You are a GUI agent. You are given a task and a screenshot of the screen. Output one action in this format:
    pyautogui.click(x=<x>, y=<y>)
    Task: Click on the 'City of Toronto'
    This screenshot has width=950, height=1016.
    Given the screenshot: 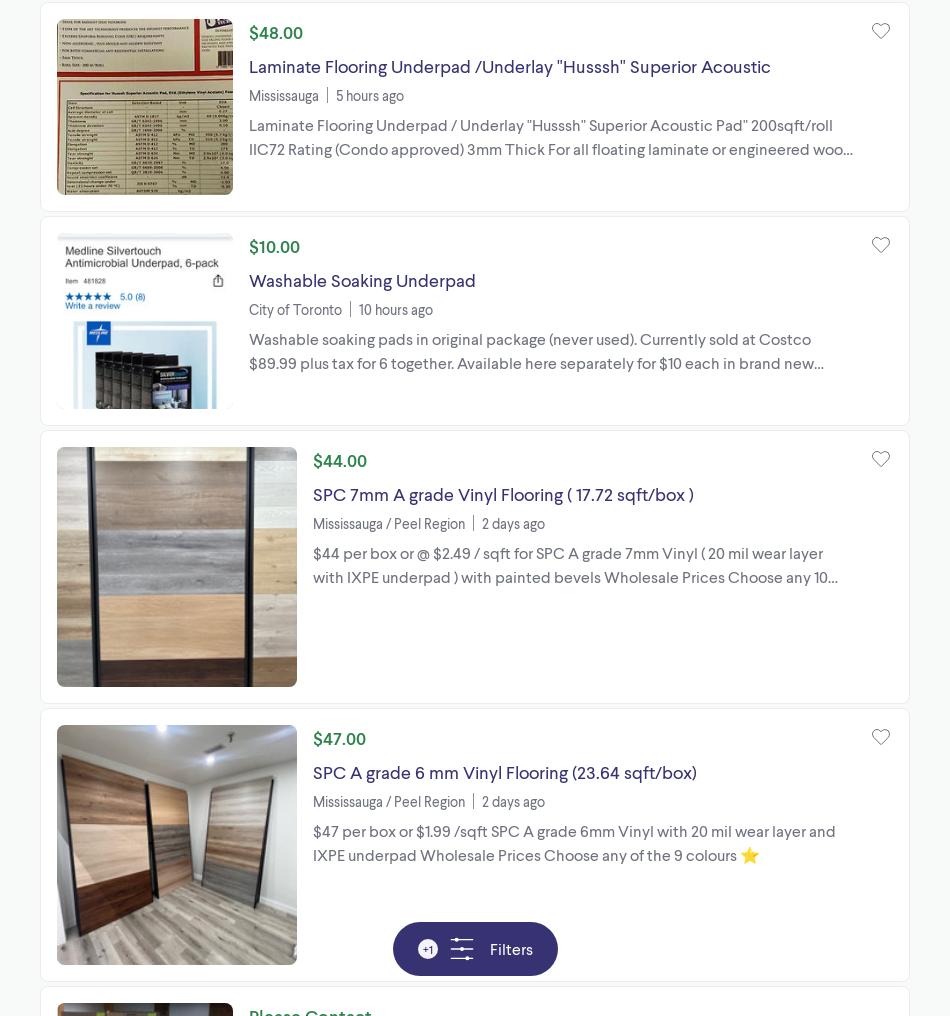 What is the action you would take?
    pyautogui.click(x=294, y=308)
    